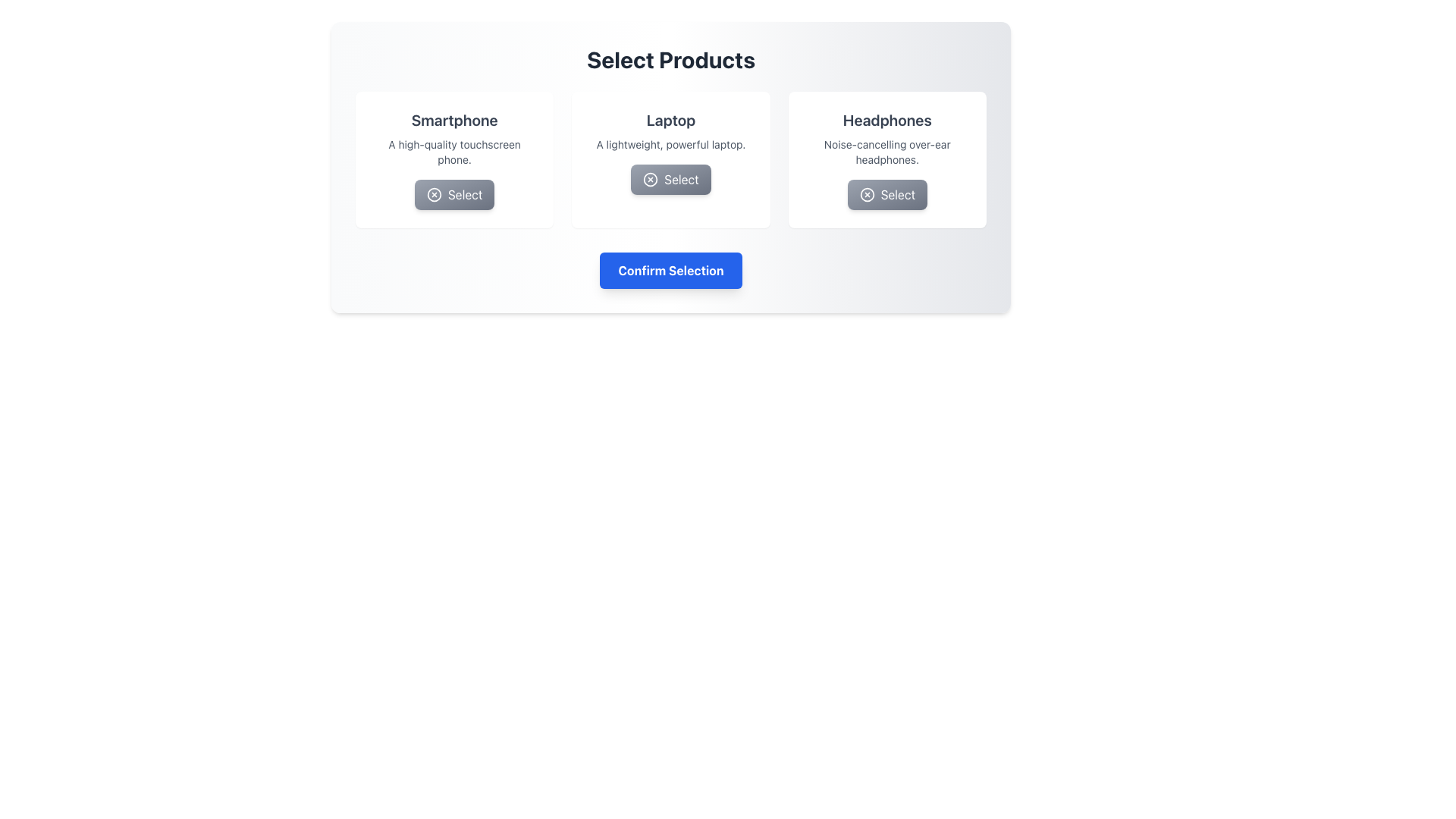 Image resolution: width=1456 pixels, height=819 pixels. I want to click on the icon within the 'Select' button located on the left side of the text under the 'Smartphone' card, so click(433, 194).